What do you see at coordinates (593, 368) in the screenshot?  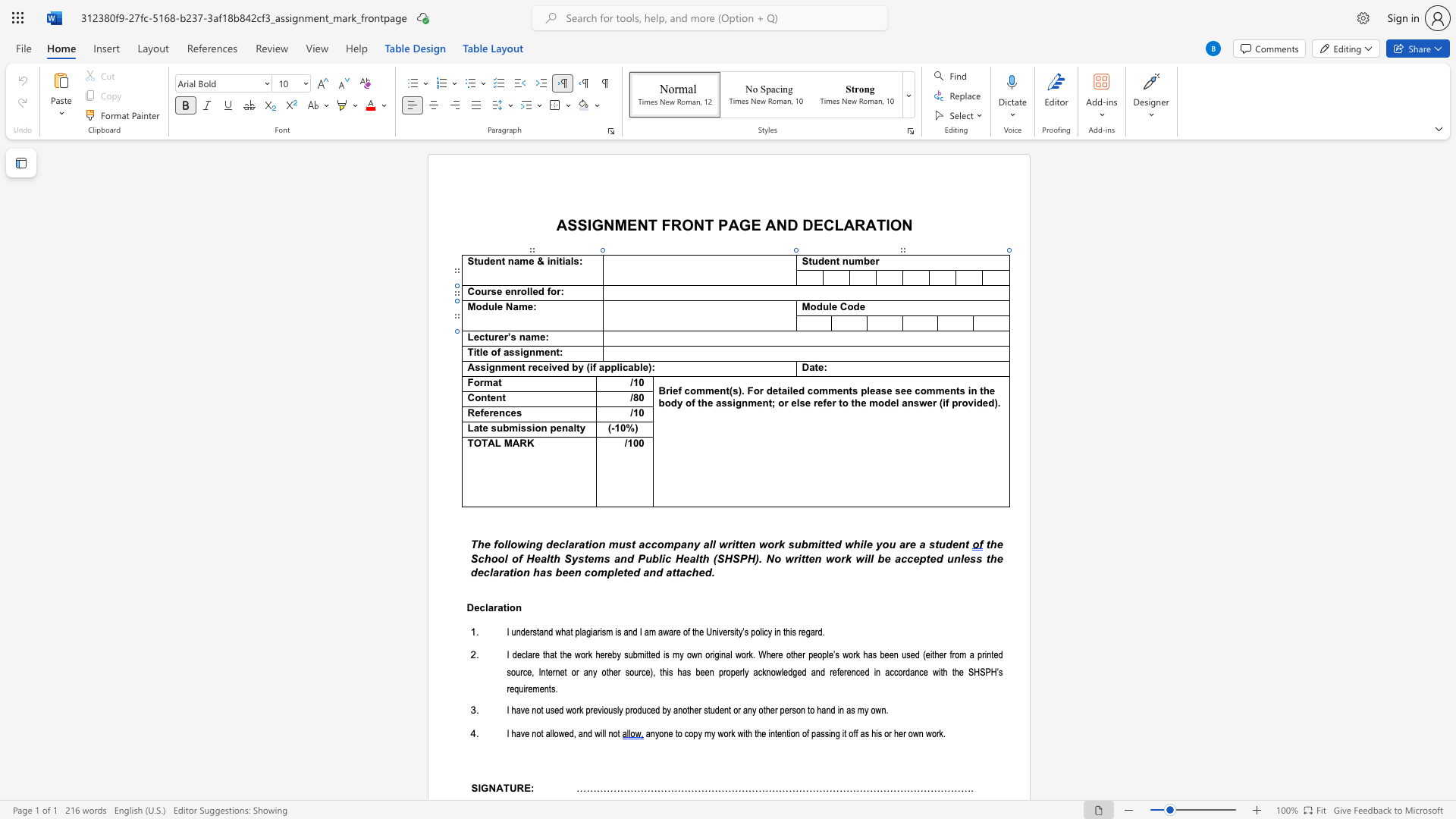 I see `the 1th character "f" in the text` at bounding box center [593, 368].